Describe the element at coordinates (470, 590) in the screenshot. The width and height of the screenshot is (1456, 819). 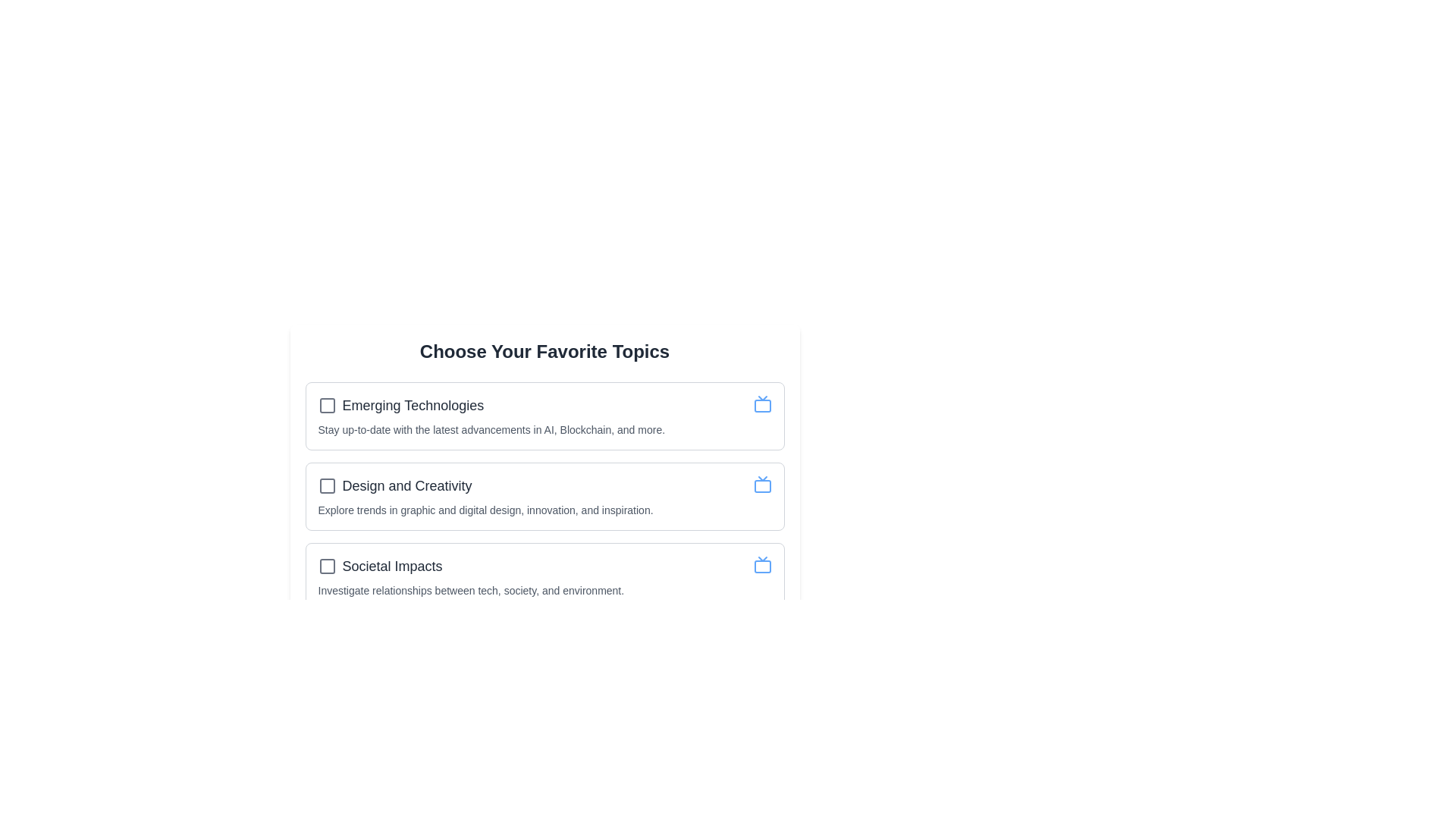
I see `the text element that reads 'Investigate relationships between tech, society, and environment.' which is styled in light gray and is located within the 'Societal Impacts' topic list` at that location.